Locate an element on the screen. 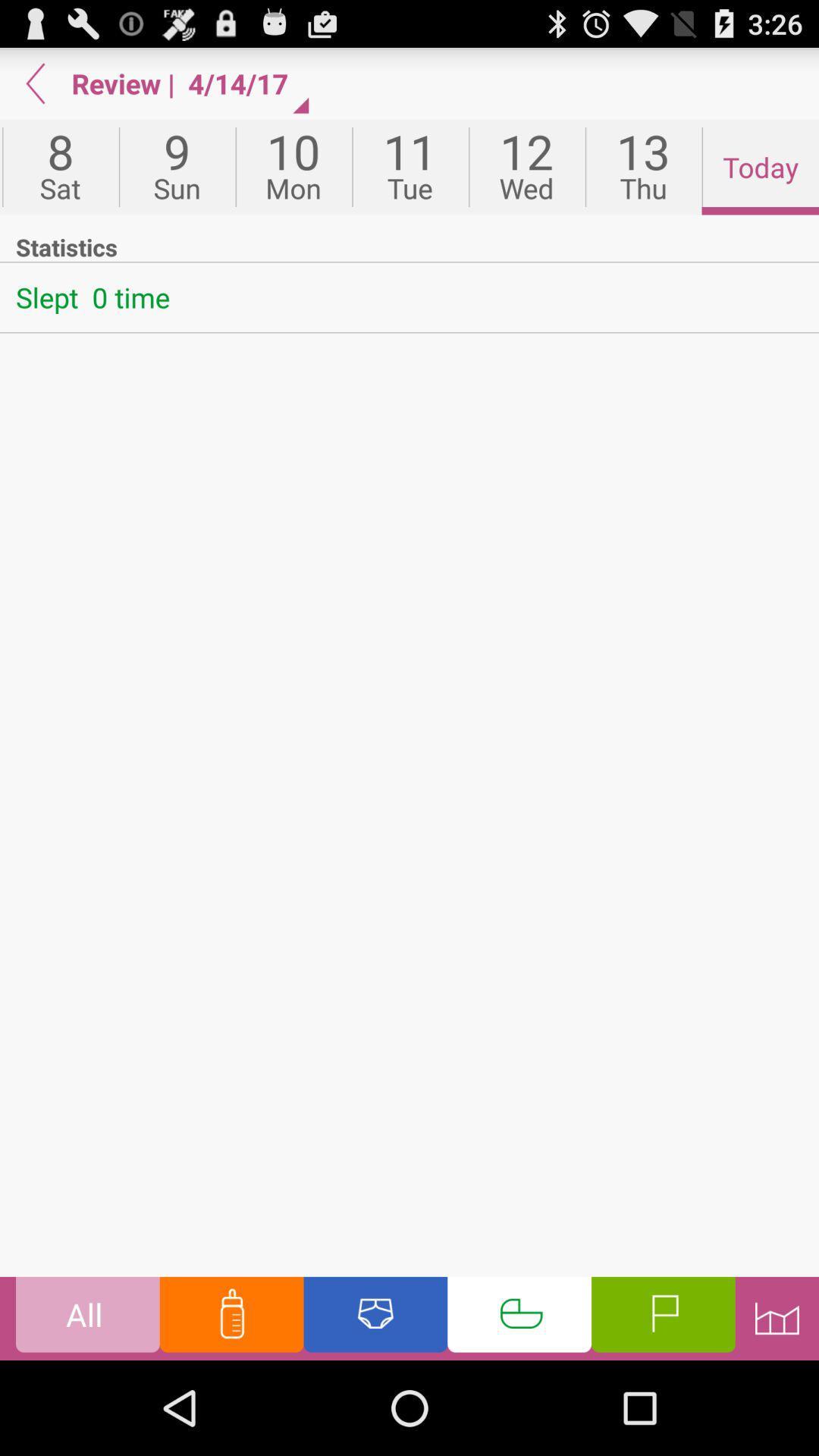  previous is located at coordinates (35, 83).